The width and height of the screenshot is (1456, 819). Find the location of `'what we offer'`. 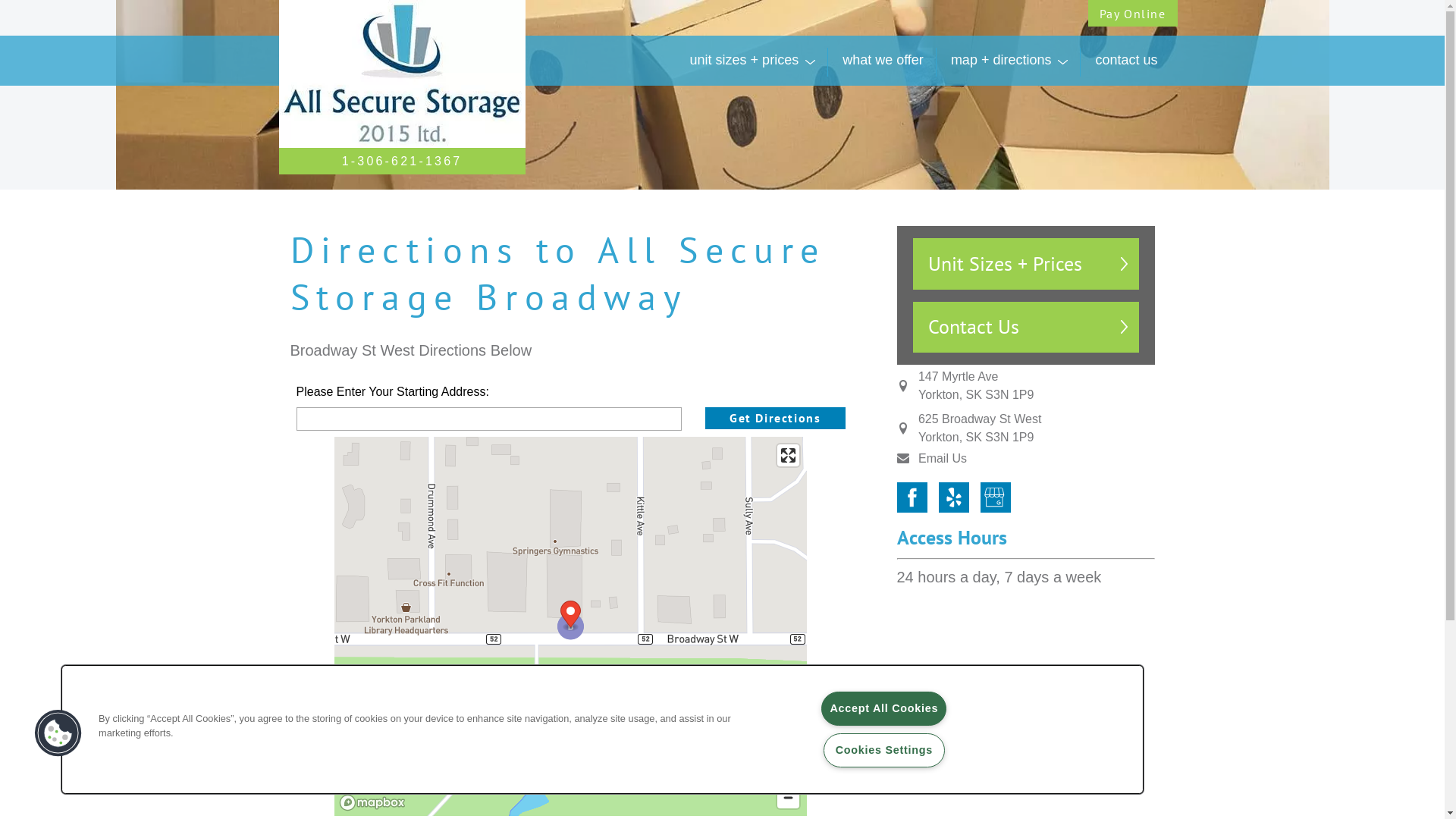

'what we offer' is located at coordinates (833, 59).